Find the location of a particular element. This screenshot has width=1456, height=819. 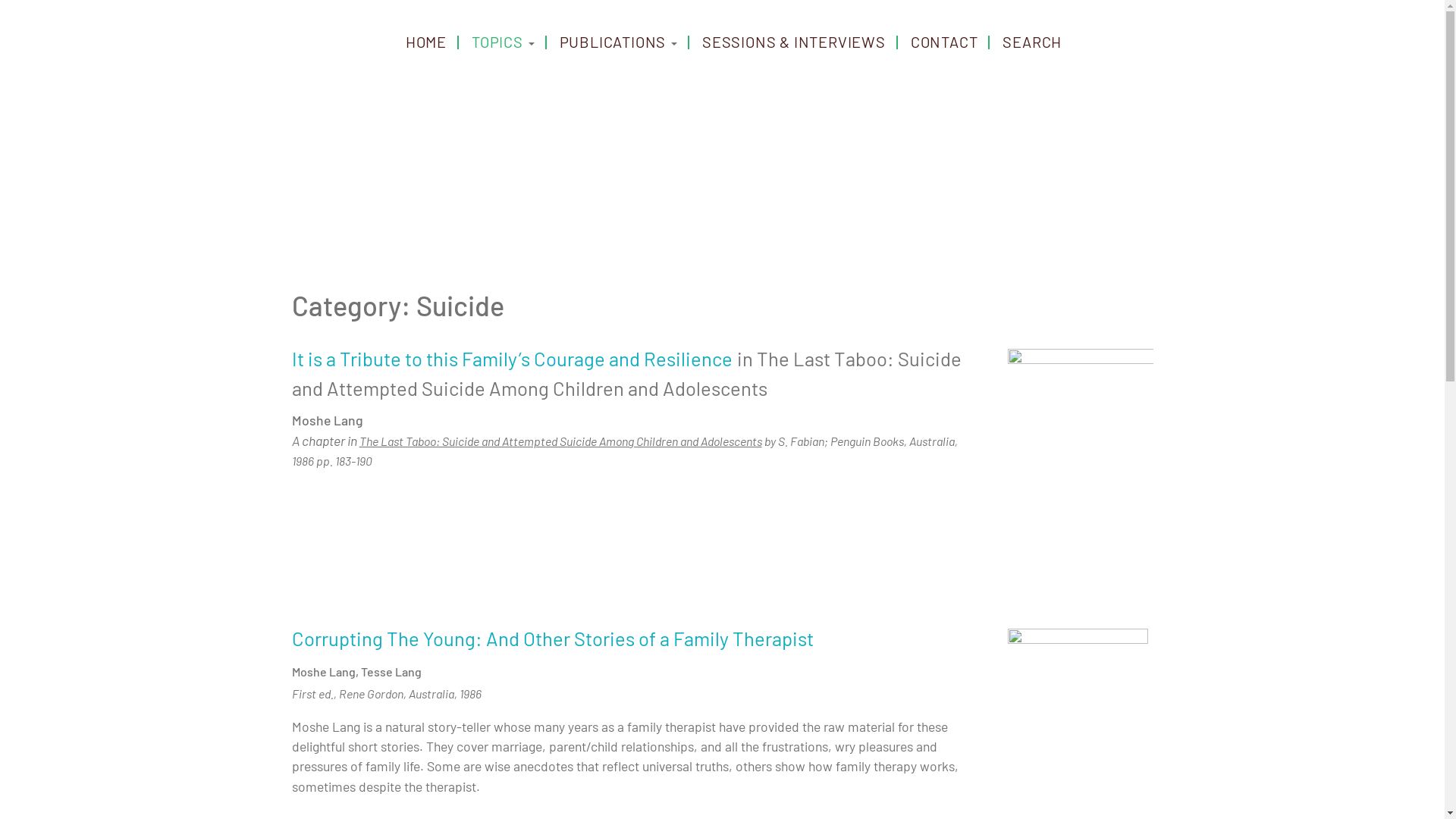

'SESSIONS & INTERVIEWS' is located at coordinates (792, 40).